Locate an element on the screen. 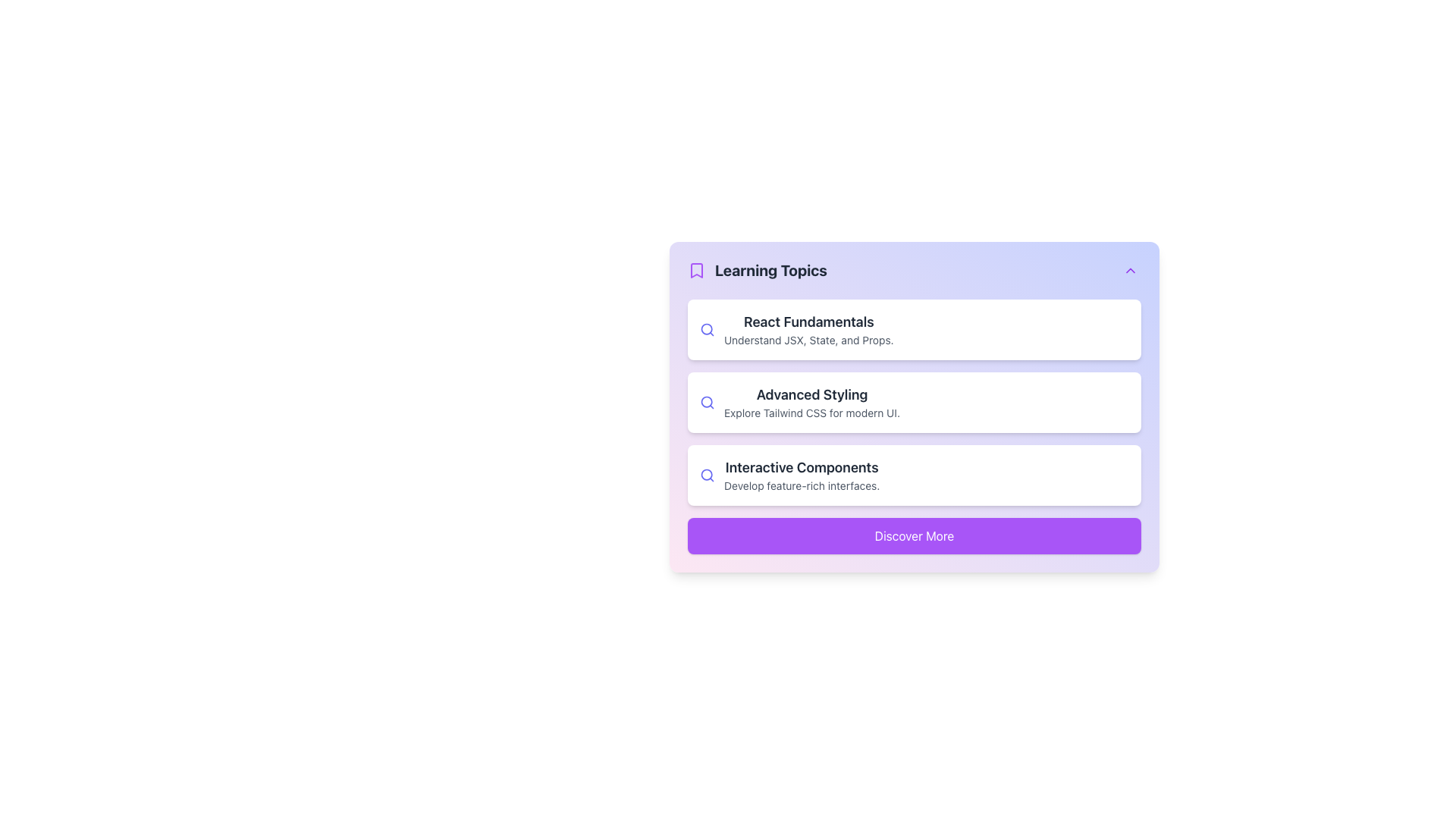  the second item in the 'Learning Topics' list is located at coordinates (913, 406).